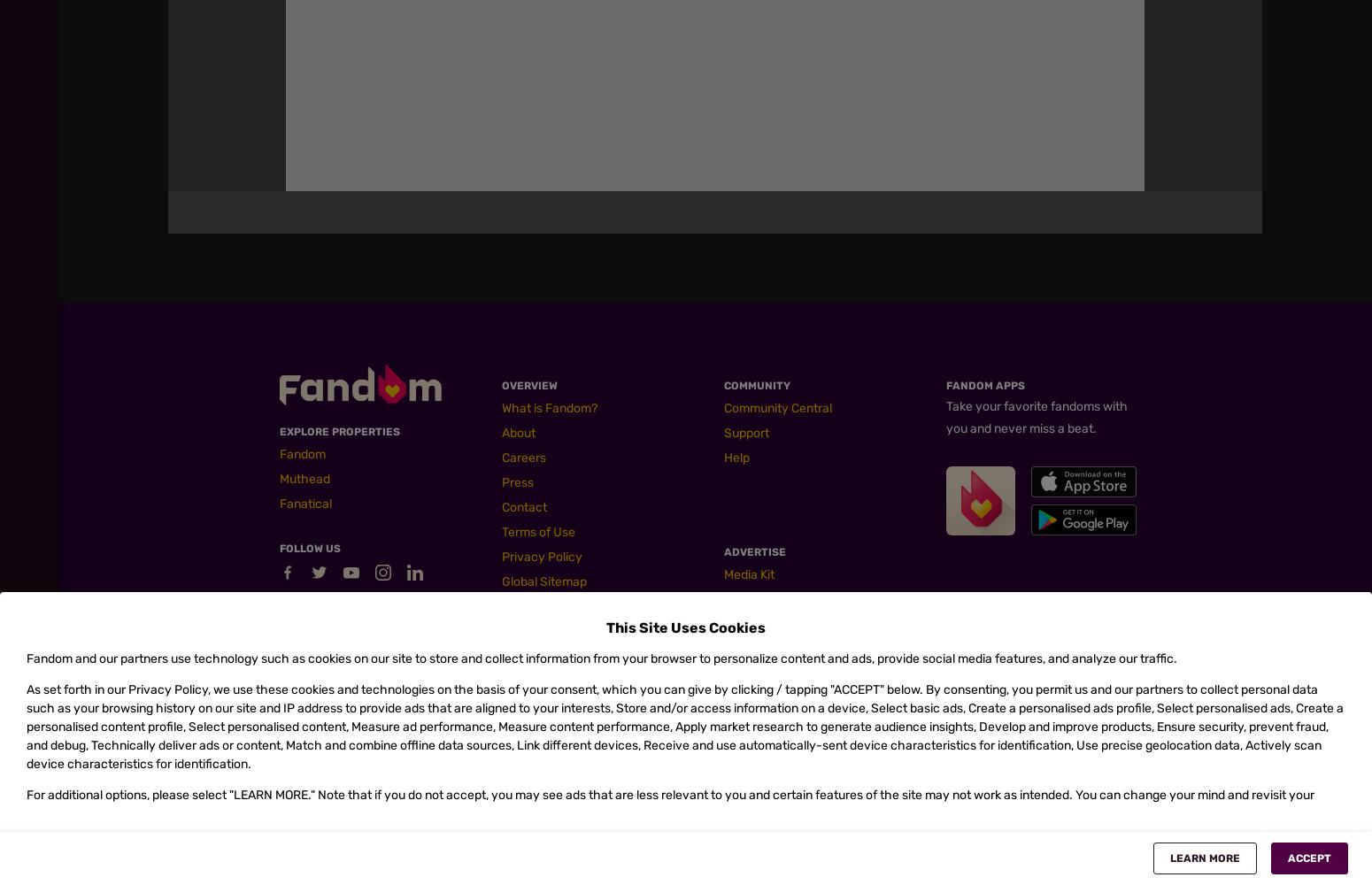 Image resolution: width=1372 pixels, height=885 pixels. I want to click on 'Follow Us', so click(309, 548).